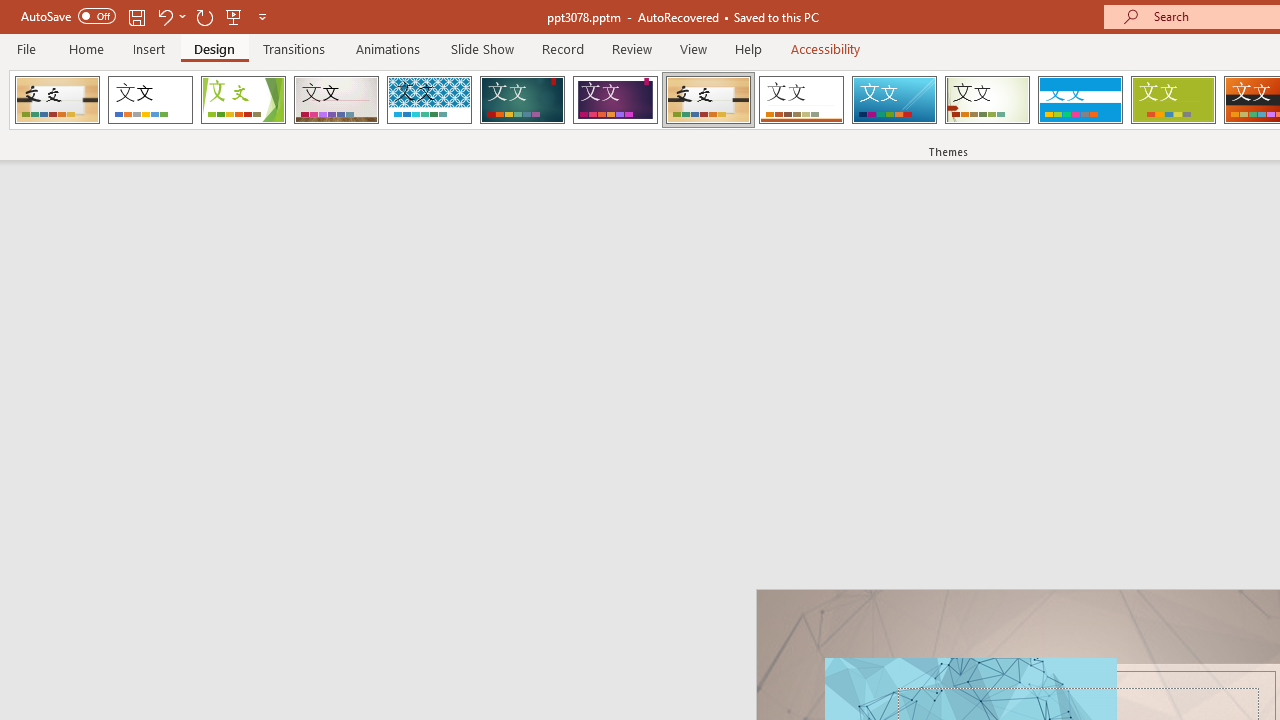 Image resolution: width=1280 pixels, height=720 pixels. What do you see at coordinates (614, 100) in the screenshot?
I see `'Ion Boardroom'` at bounding box center [614, 100].